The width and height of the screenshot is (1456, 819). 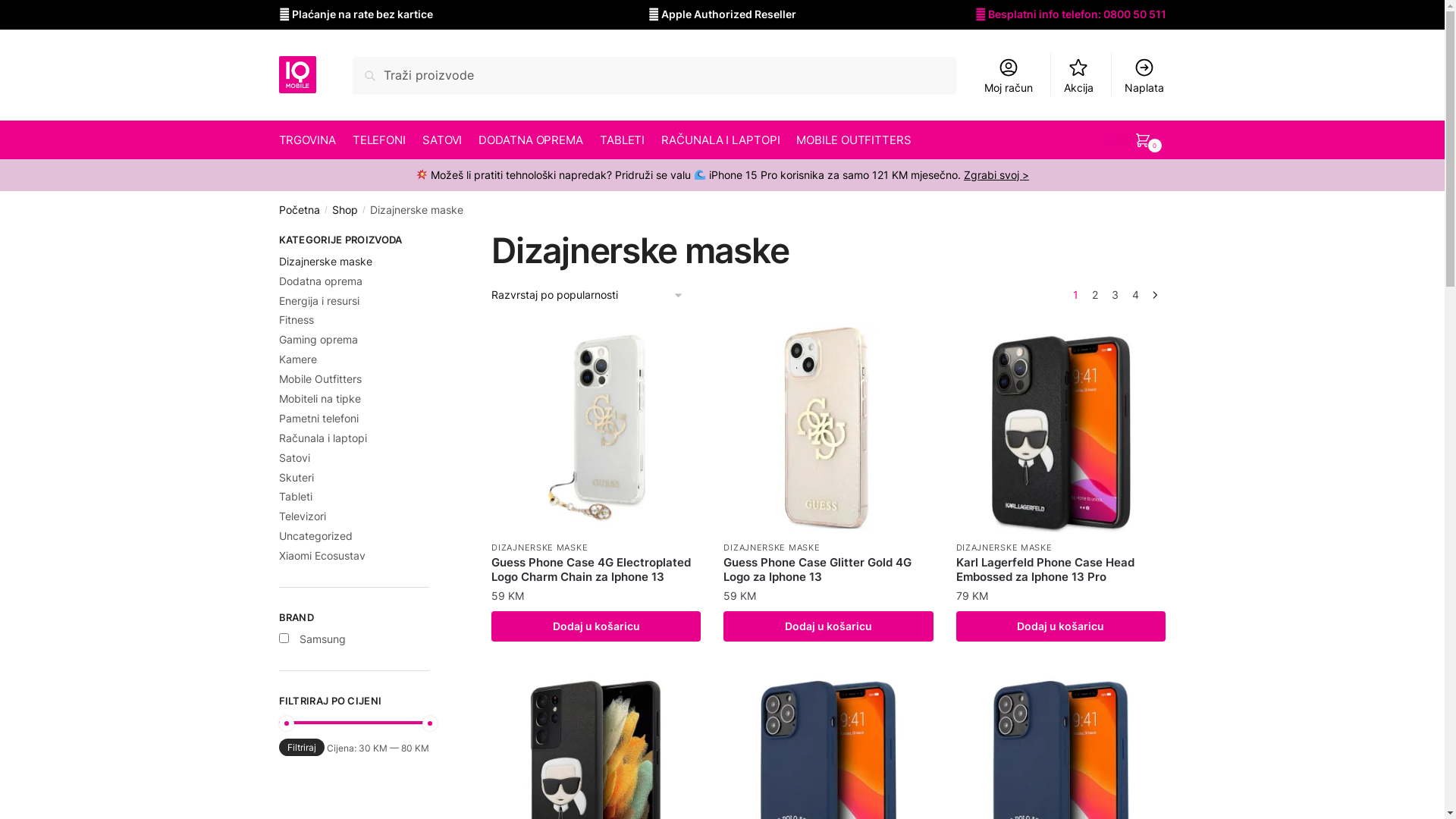 I want to click on 'Tableti', so click(x=279, y=496).